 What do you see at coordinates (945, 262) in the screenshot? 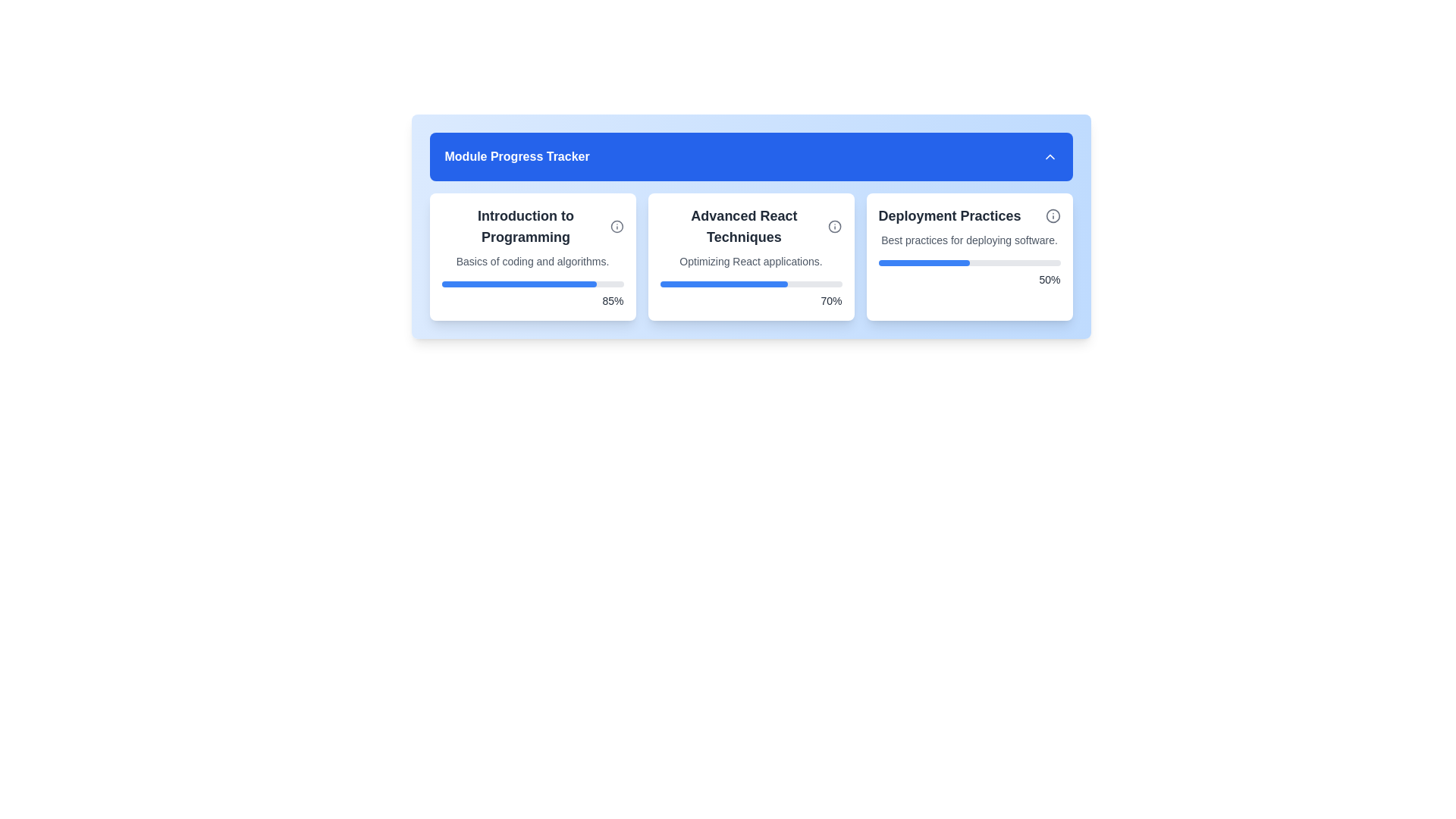
I see `the progress level` at bounding box center [945, 262].